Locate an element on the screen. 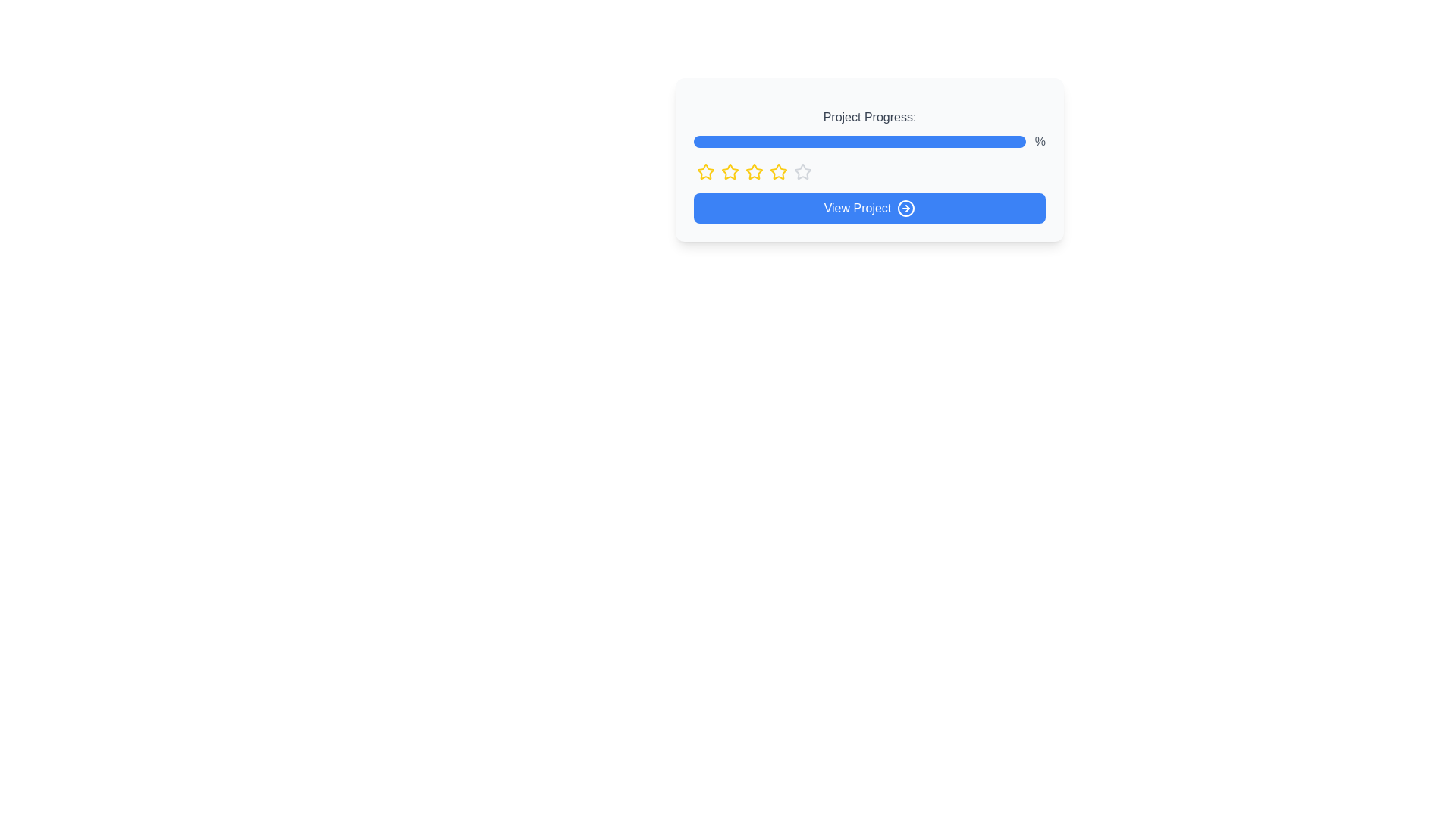 This screenshot has width=1456, height=819. the SVG Circle decorative feature located on the right side of the 'View Project' button is located at coordinates (906, 208).